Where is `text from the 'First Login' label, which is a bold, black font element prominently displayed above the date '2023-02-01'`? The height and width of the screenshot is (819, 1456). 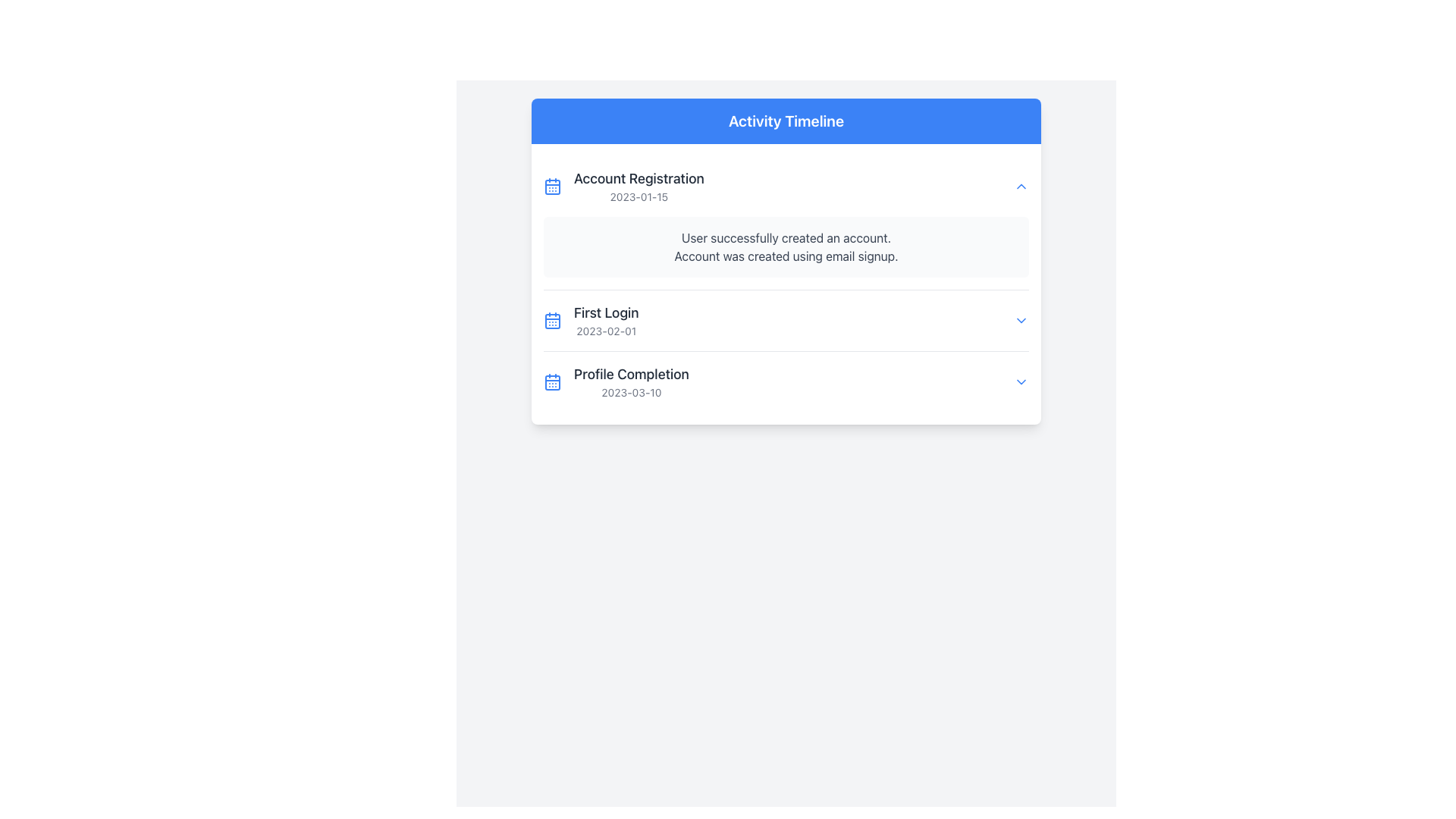 text from the 'First Login' label, which is a bold, black font element prominently displayed above the date '2023-02-01' is located at coordinates (605, 312).